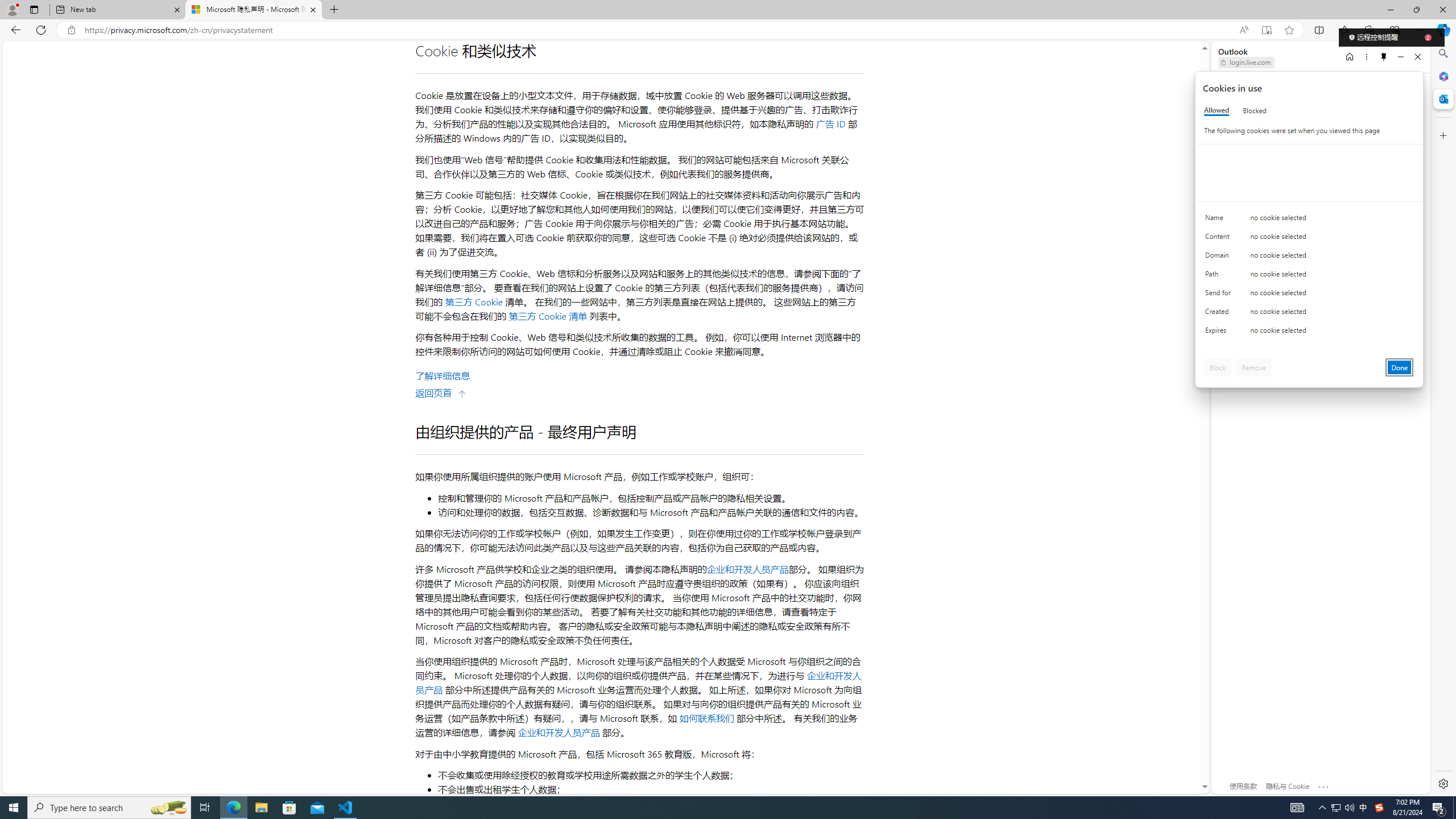 The image size is (1456, 819). Describe the element at coordinates (1219, 313) in the screenshot. I see `'Created'` at that location.